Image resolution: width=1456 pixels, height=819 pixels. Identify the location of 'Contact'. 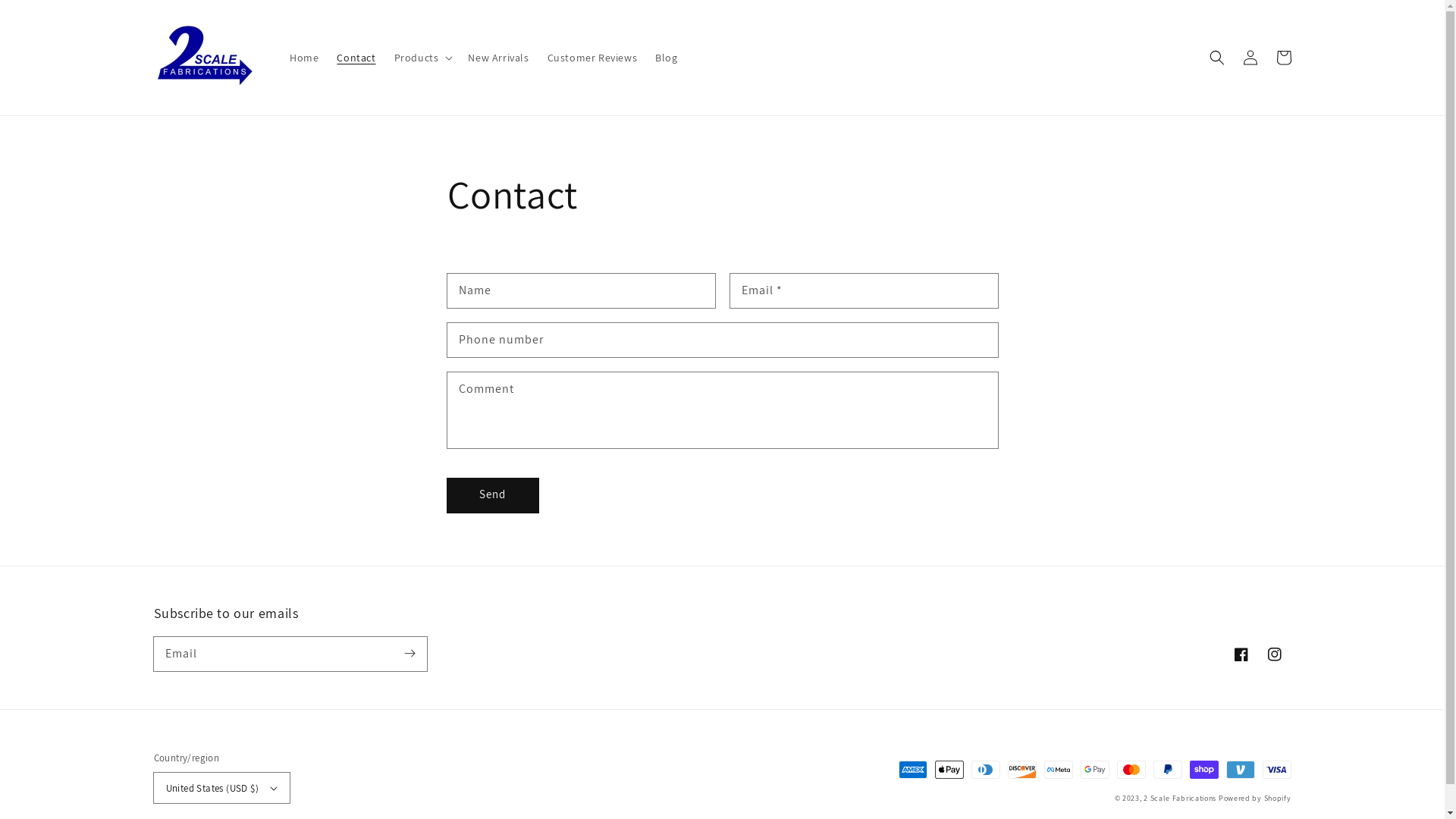
(355, 57).